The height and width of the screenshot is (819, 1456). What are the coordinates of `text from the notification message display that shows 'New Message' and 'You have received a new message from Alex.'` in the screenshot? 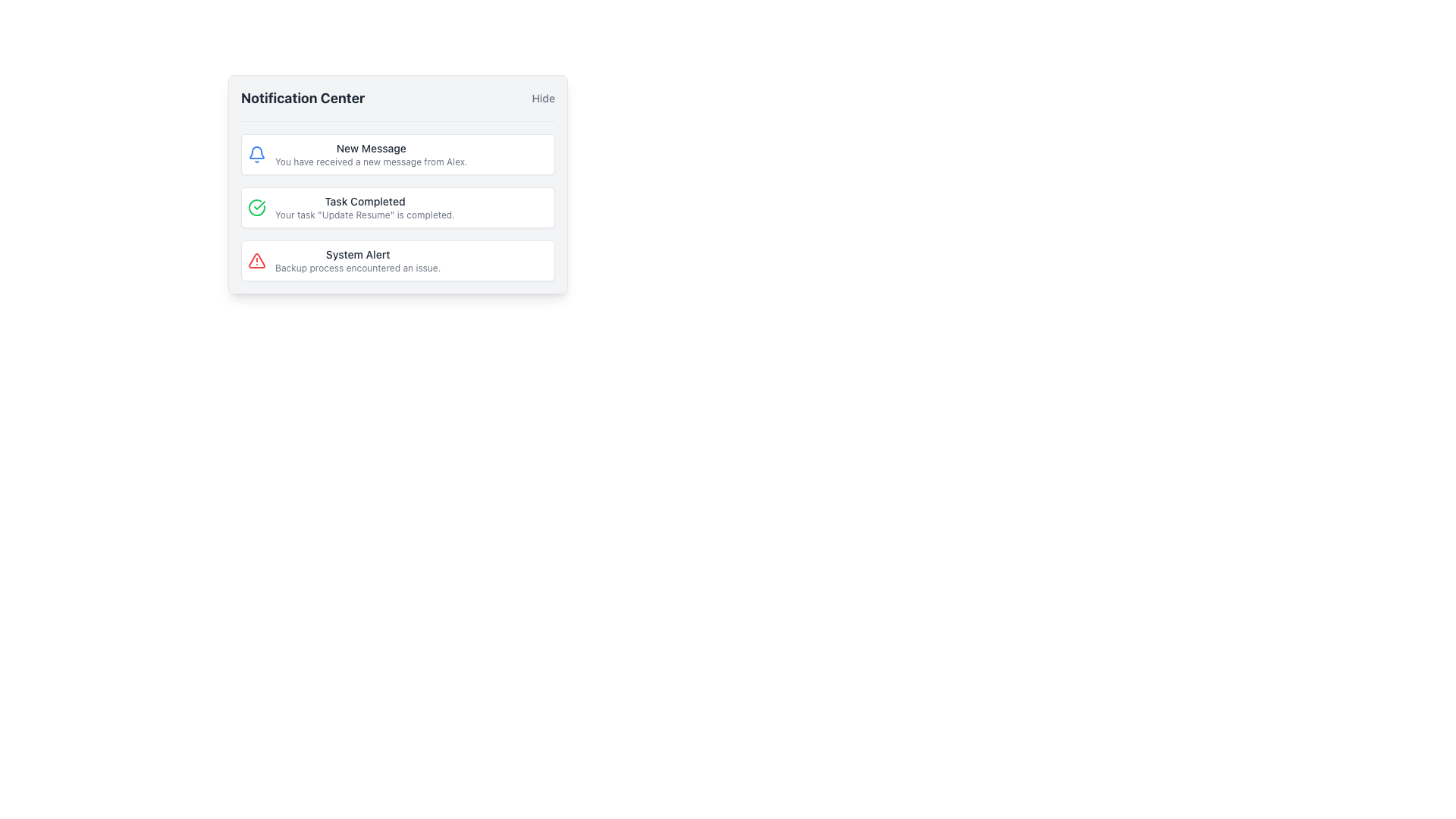 It's located at (371, 155).